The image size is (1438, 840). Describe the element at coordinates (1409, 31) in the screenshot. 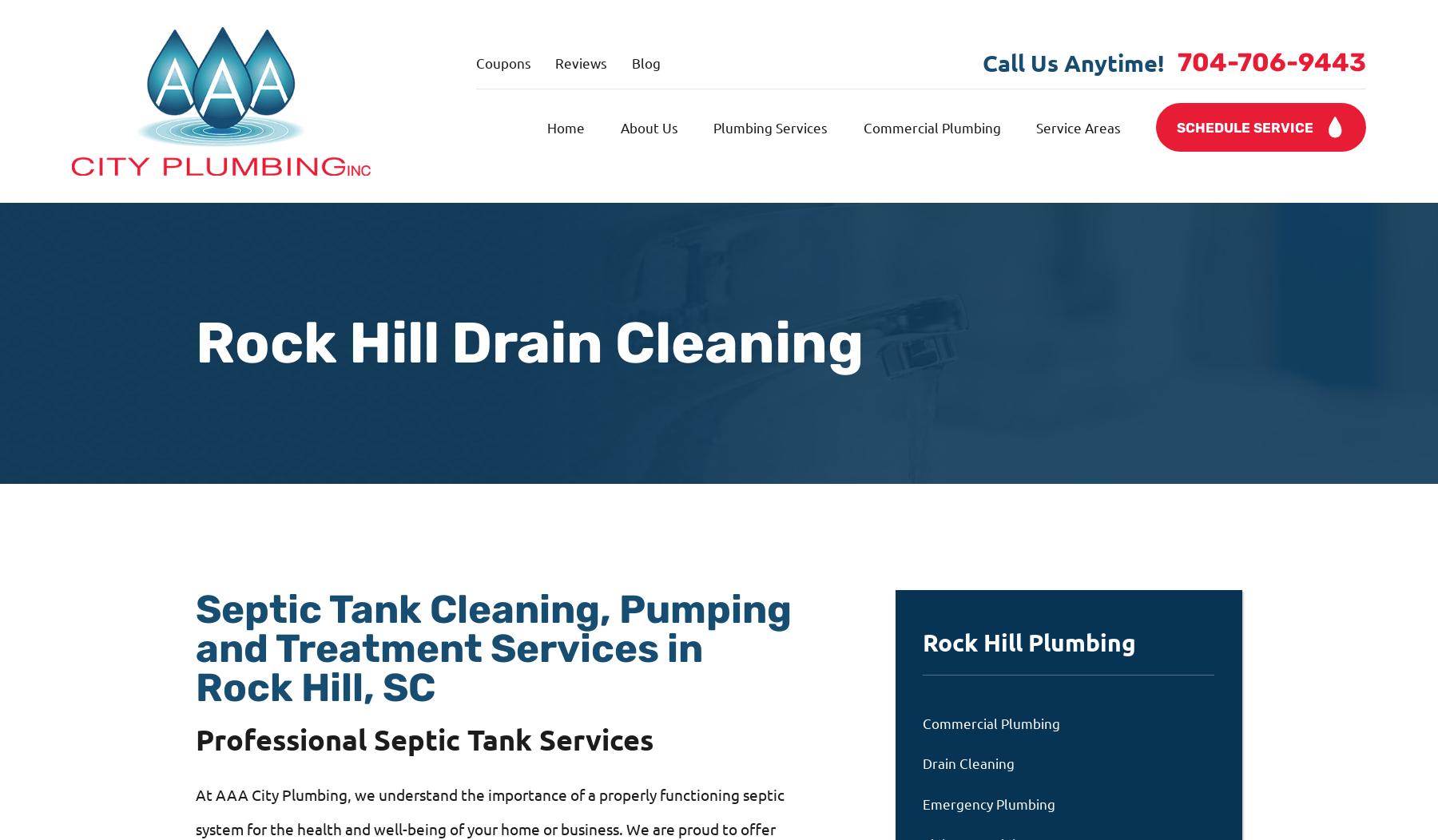

I see `'Top'` at that location.